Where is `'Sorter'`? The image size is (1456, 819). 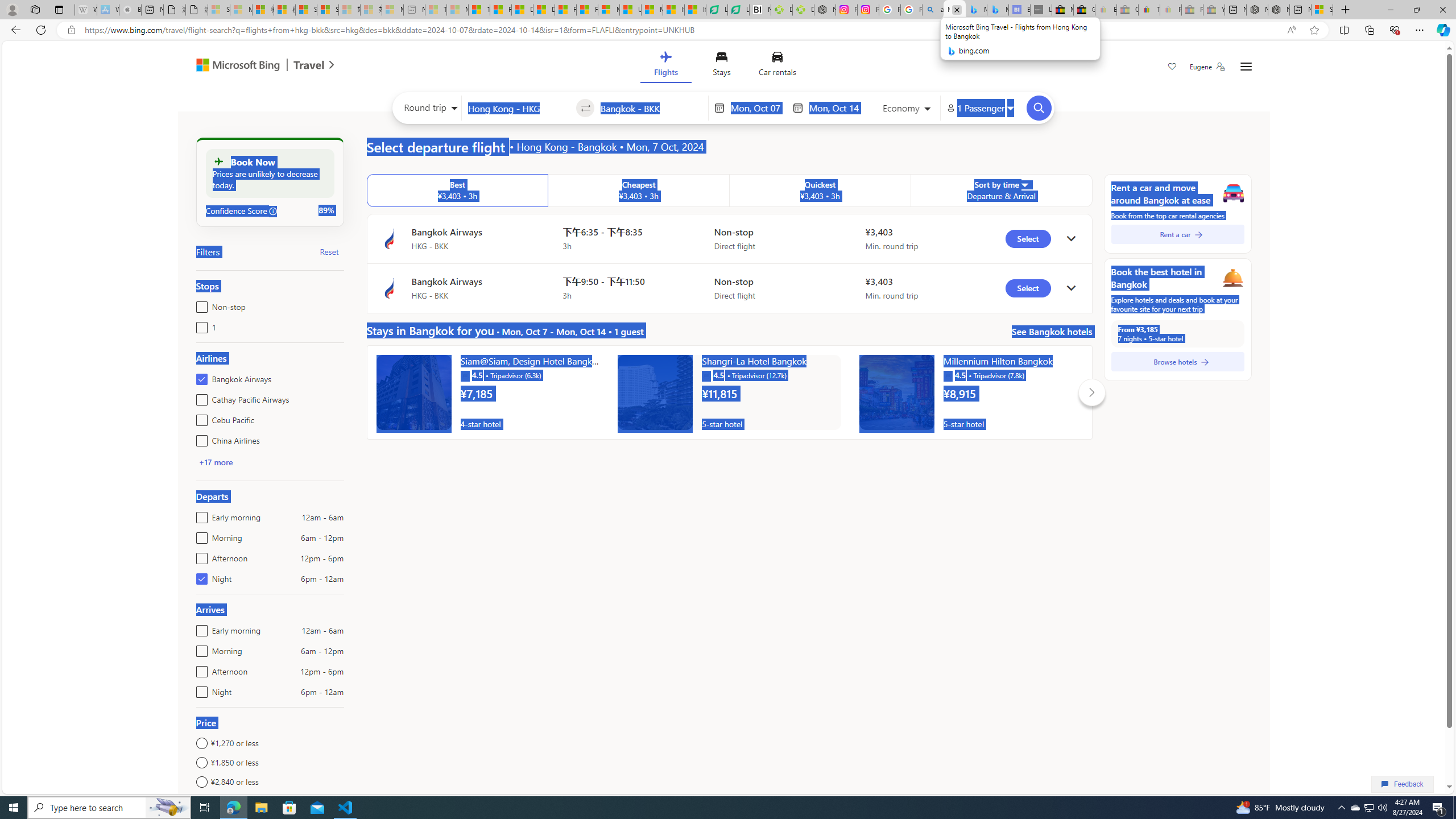 'Sorter' is located at coordinates (1023, 184).